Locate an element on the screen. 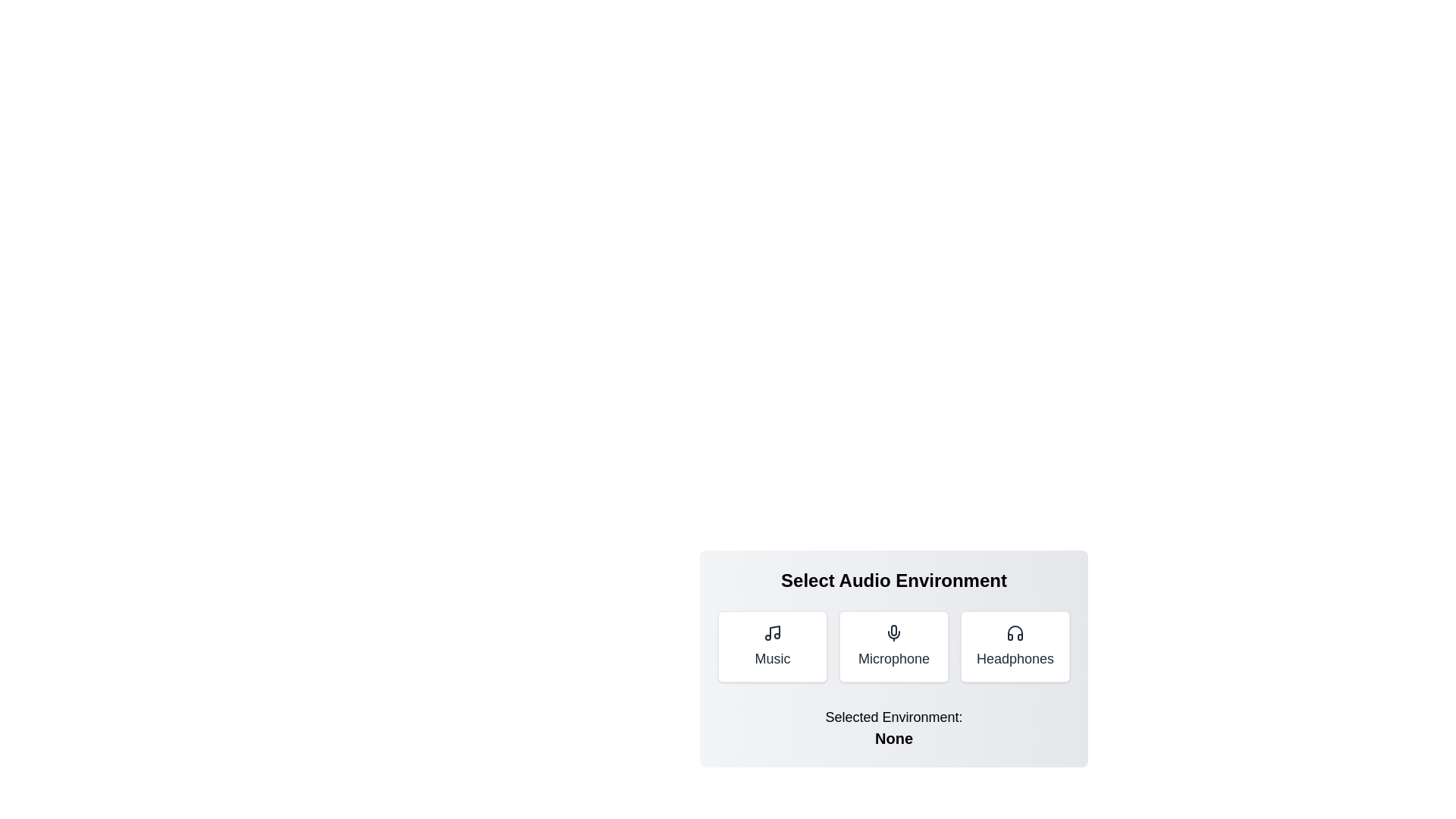 The image size is (1456, 819). the middle button in the audio environment selection panel, which is located beneath the 'Select Audio Environment' heading and above the 'Selected Environment: None' text is located at coordinates (894, 657).